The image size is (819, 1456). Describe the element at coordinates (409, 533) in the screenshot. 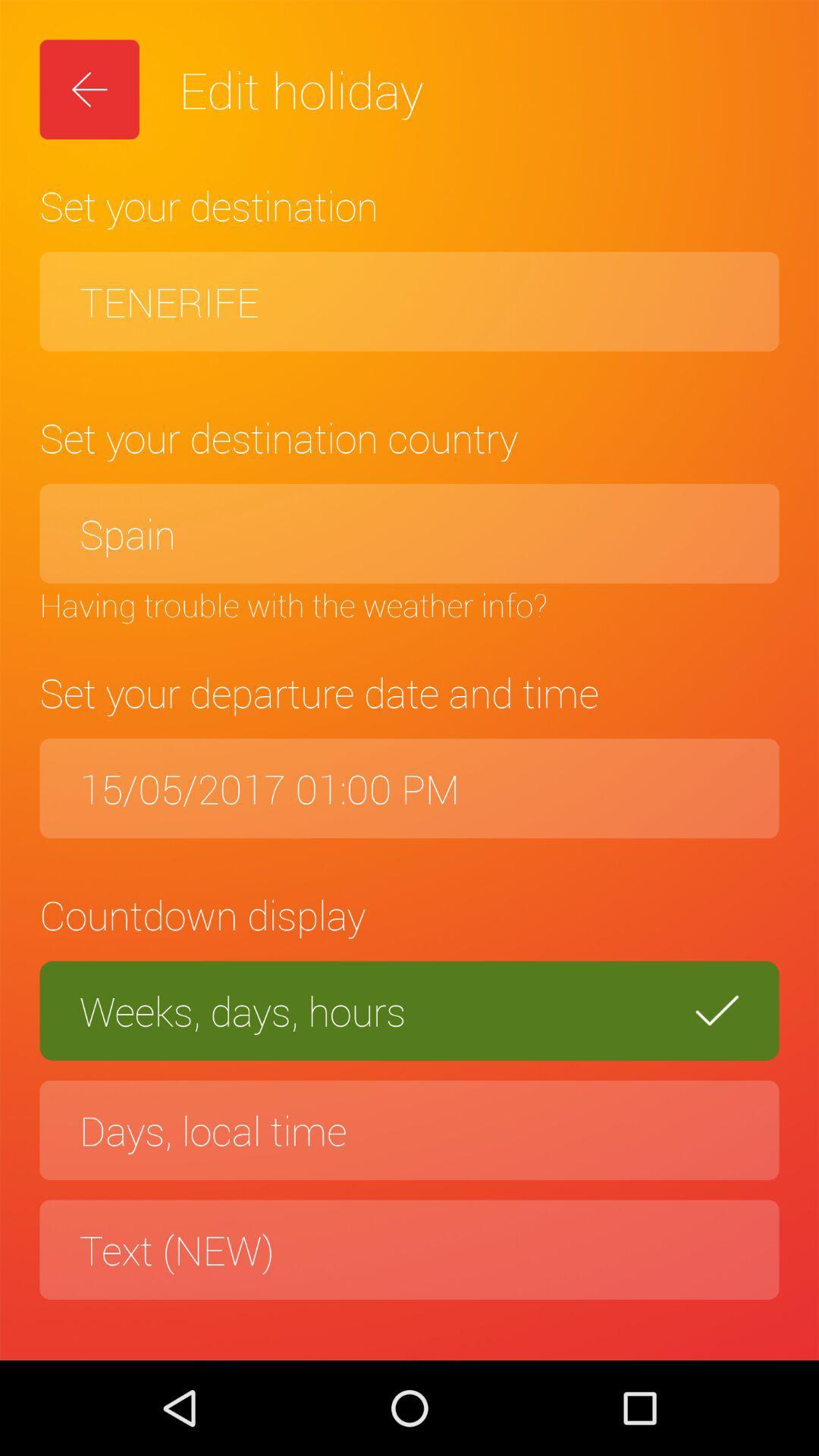

I see `spain` at that location.